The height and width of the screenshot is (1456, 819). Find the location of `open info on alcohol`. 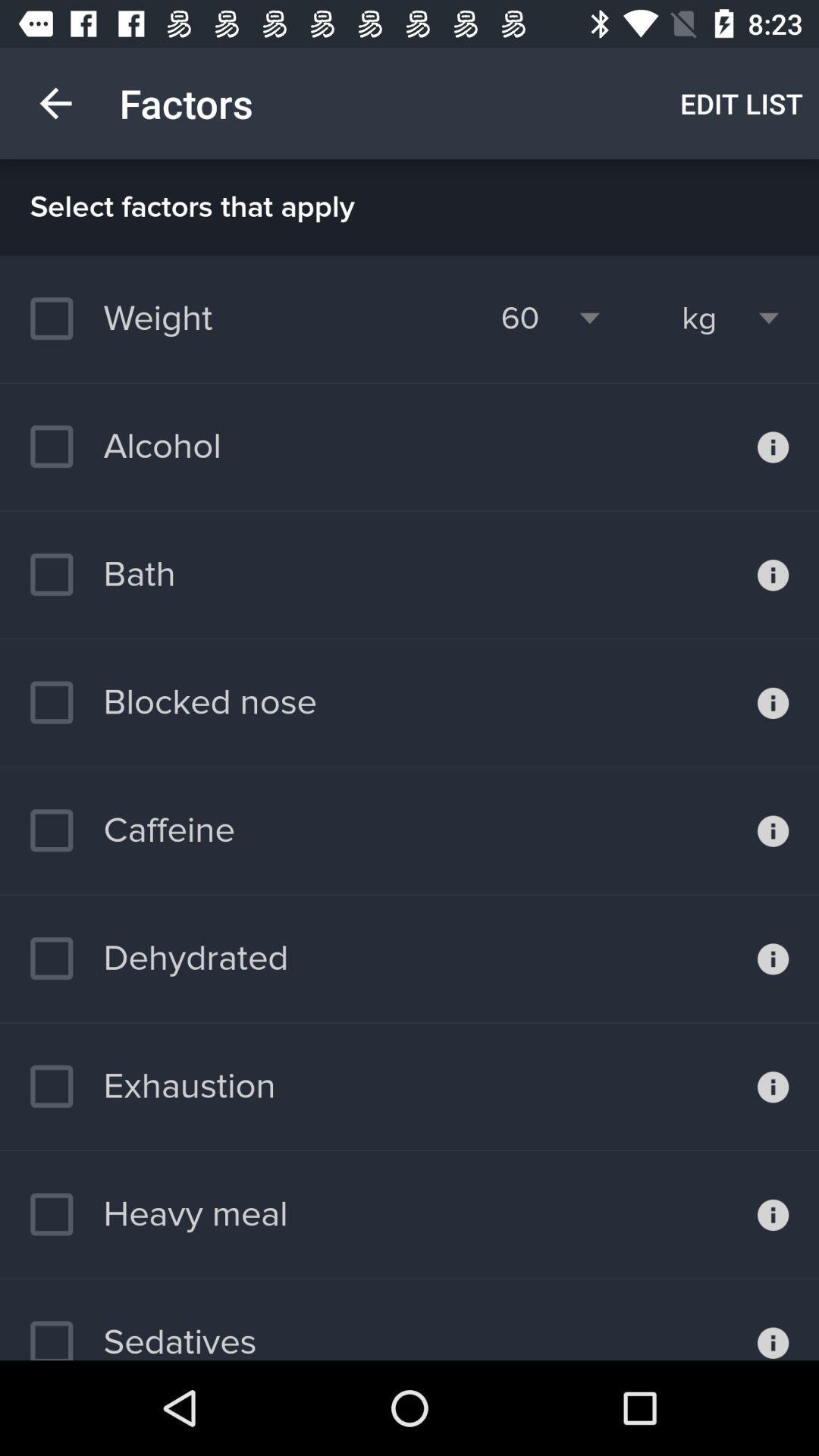

open info on alcohol is located at coordinates (773, 446).